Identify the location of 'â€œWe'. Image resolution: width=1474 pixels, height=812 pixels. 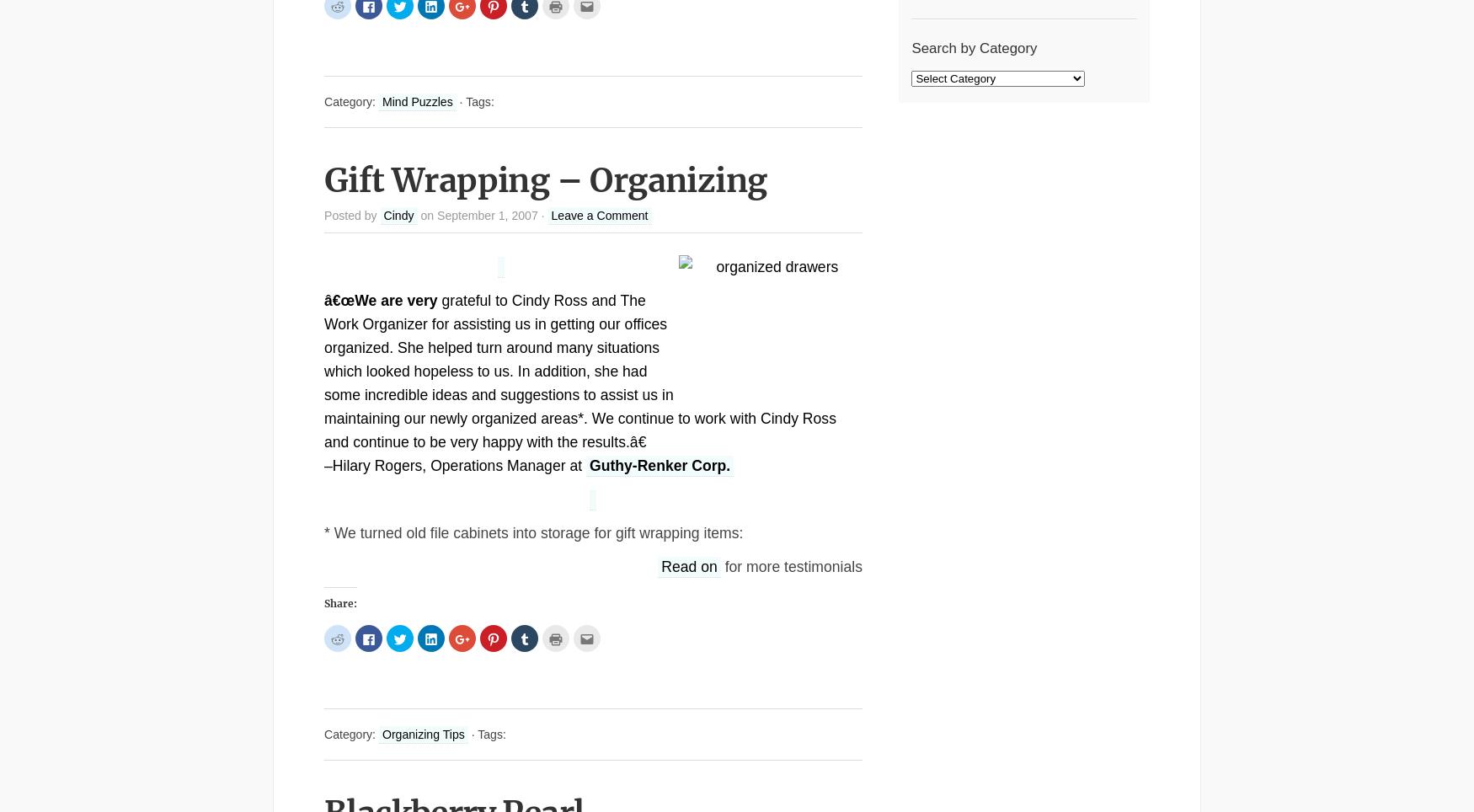
(349, 299).